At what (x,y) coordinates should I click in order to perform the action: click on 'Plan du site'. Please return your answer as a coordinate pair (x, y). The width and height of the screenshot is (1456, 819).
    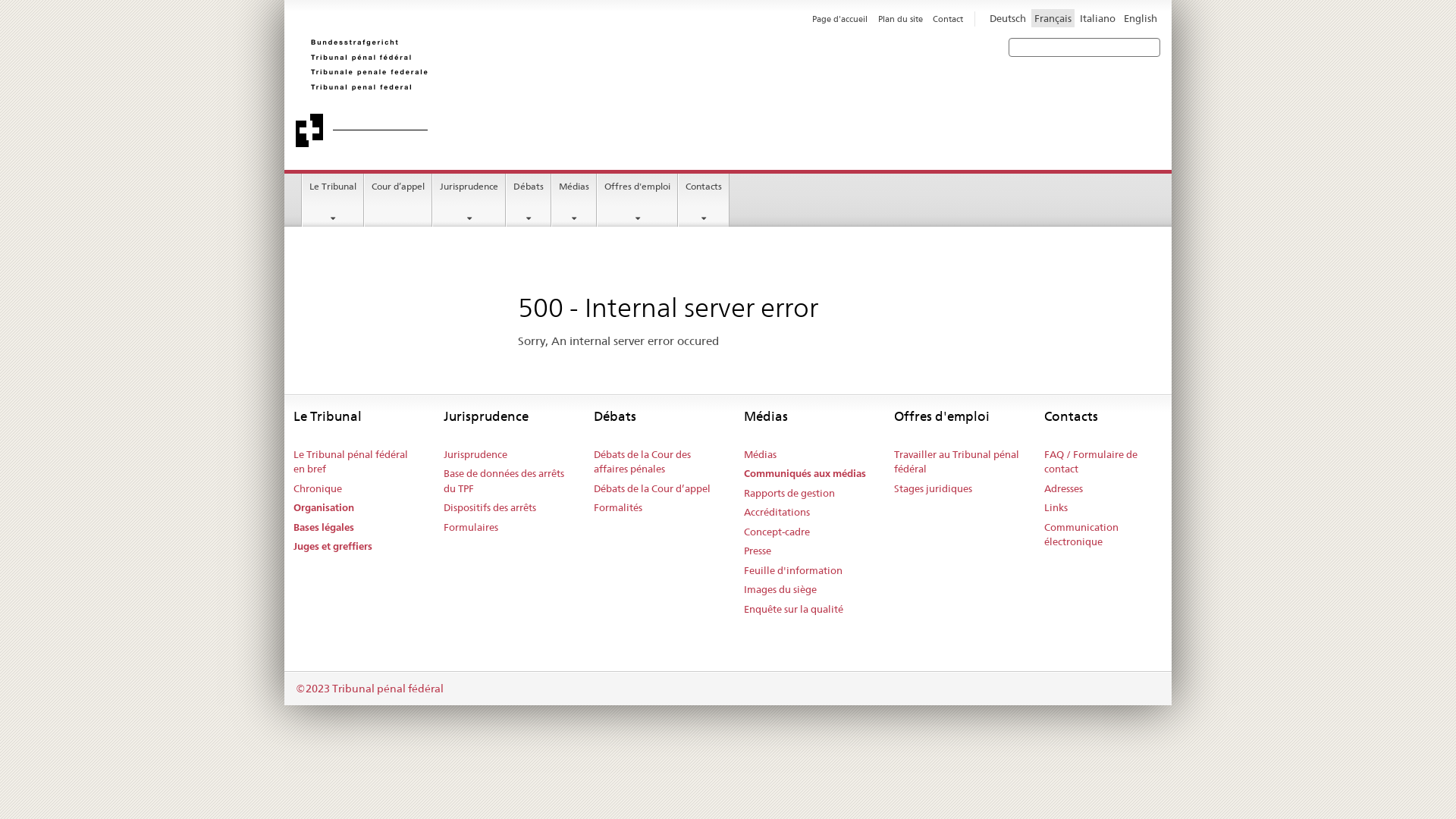
    Looking at the image, I should click on (900, 18).